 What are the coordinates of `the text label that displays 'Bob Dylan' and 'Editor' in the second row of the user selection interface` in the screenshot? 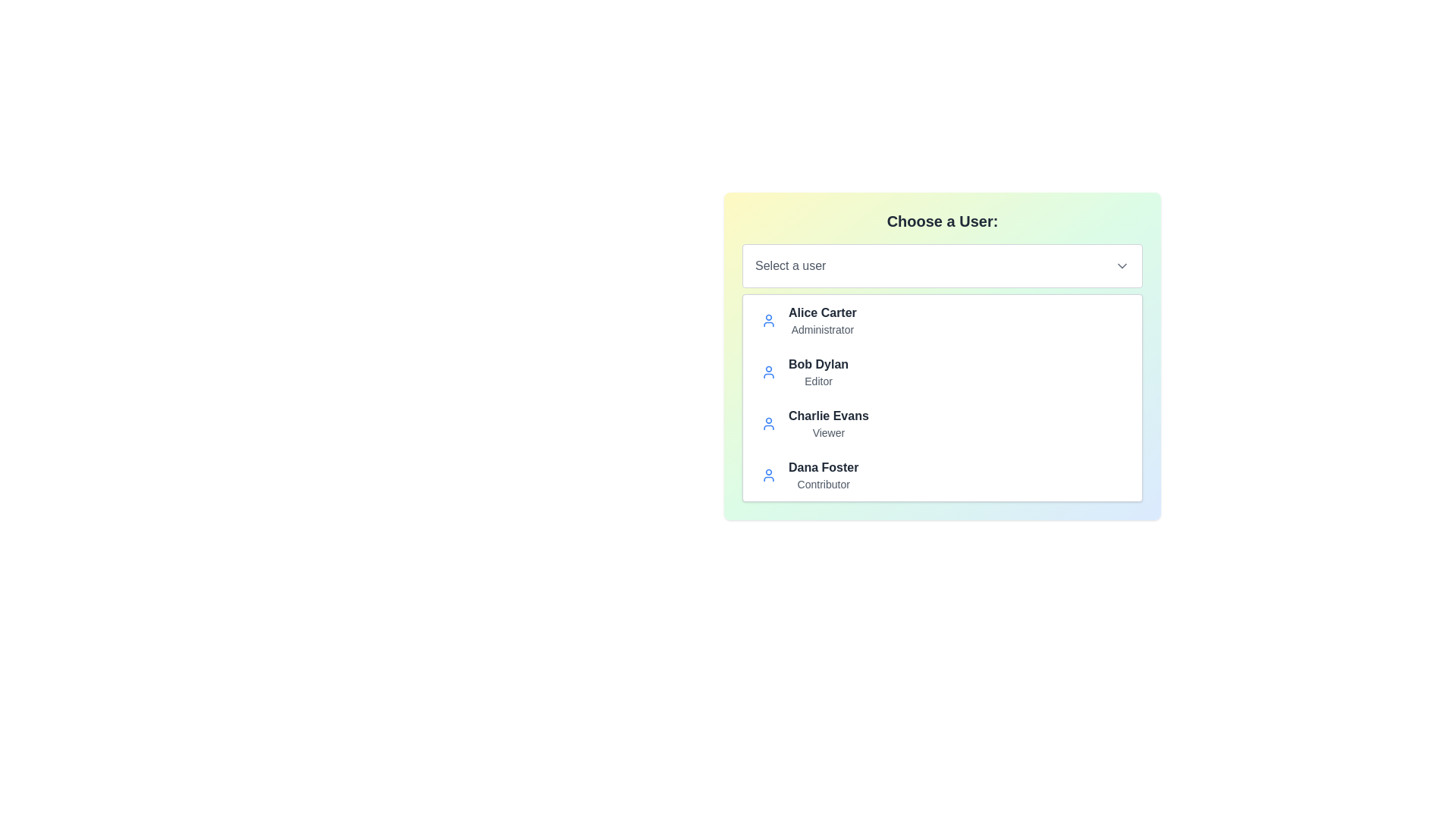 It's located at (817, 372).